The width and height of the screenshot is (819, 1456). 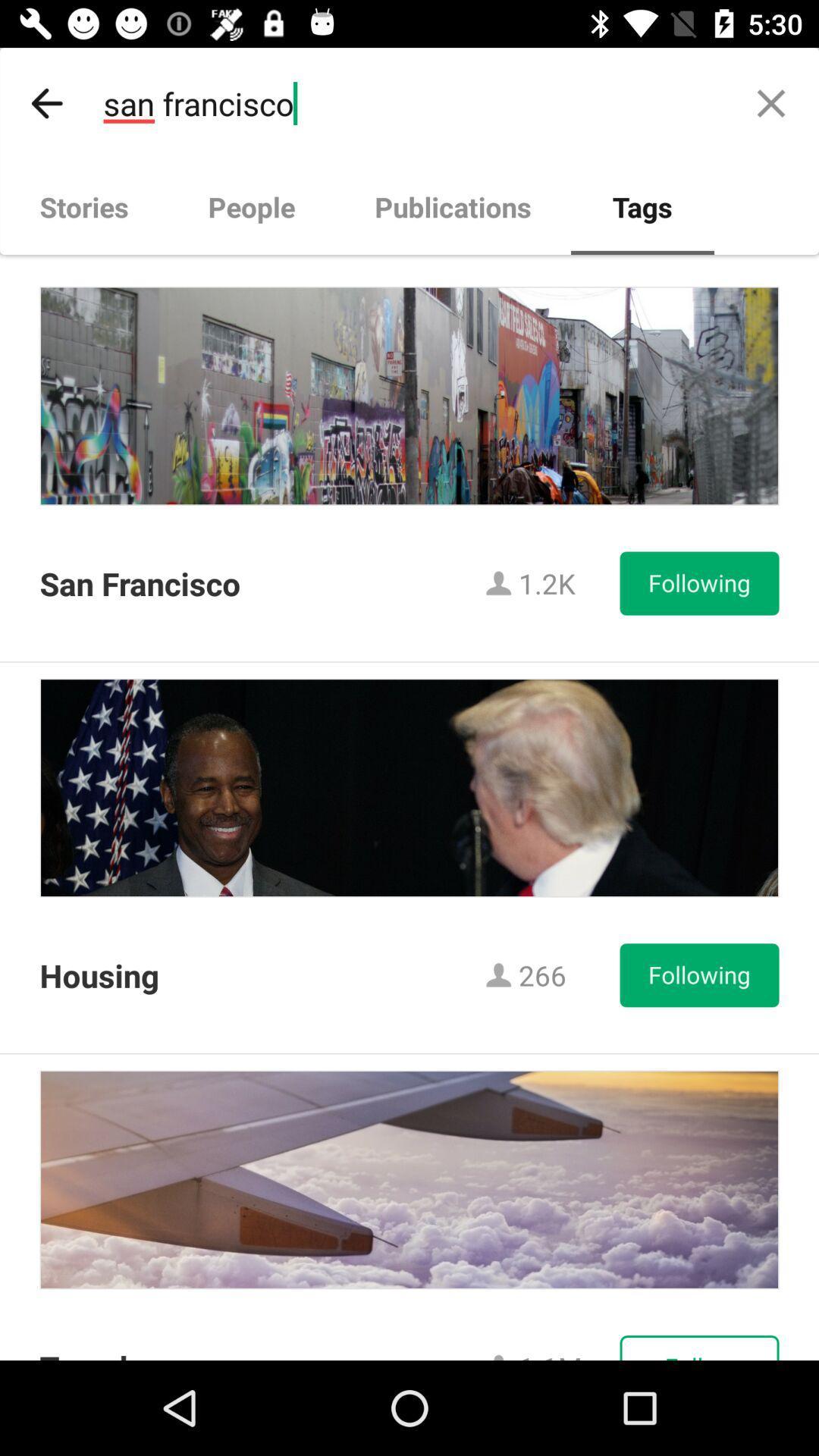 What do you see at coordinates (771, 102) in the screenshot?
I see `the item to the right of san francisco item` at bounding box center [771, 102].